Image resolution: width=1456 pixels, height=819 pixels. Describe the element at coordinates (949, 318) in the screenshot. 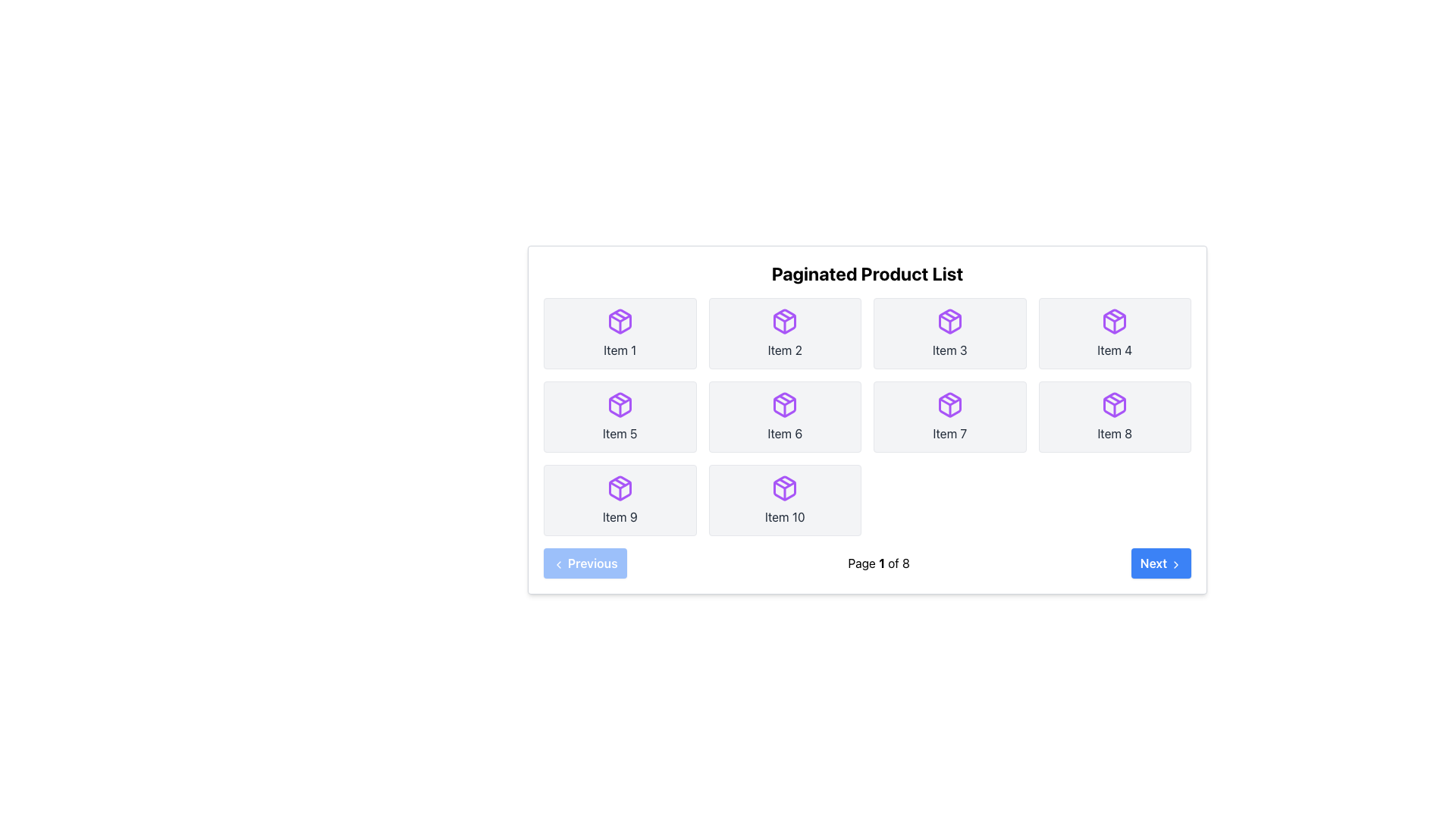

I see `the purple triangular decorative component within the 'Item 3' icon located in the first row and third column of the grid in the paginated product list interface` at that location.